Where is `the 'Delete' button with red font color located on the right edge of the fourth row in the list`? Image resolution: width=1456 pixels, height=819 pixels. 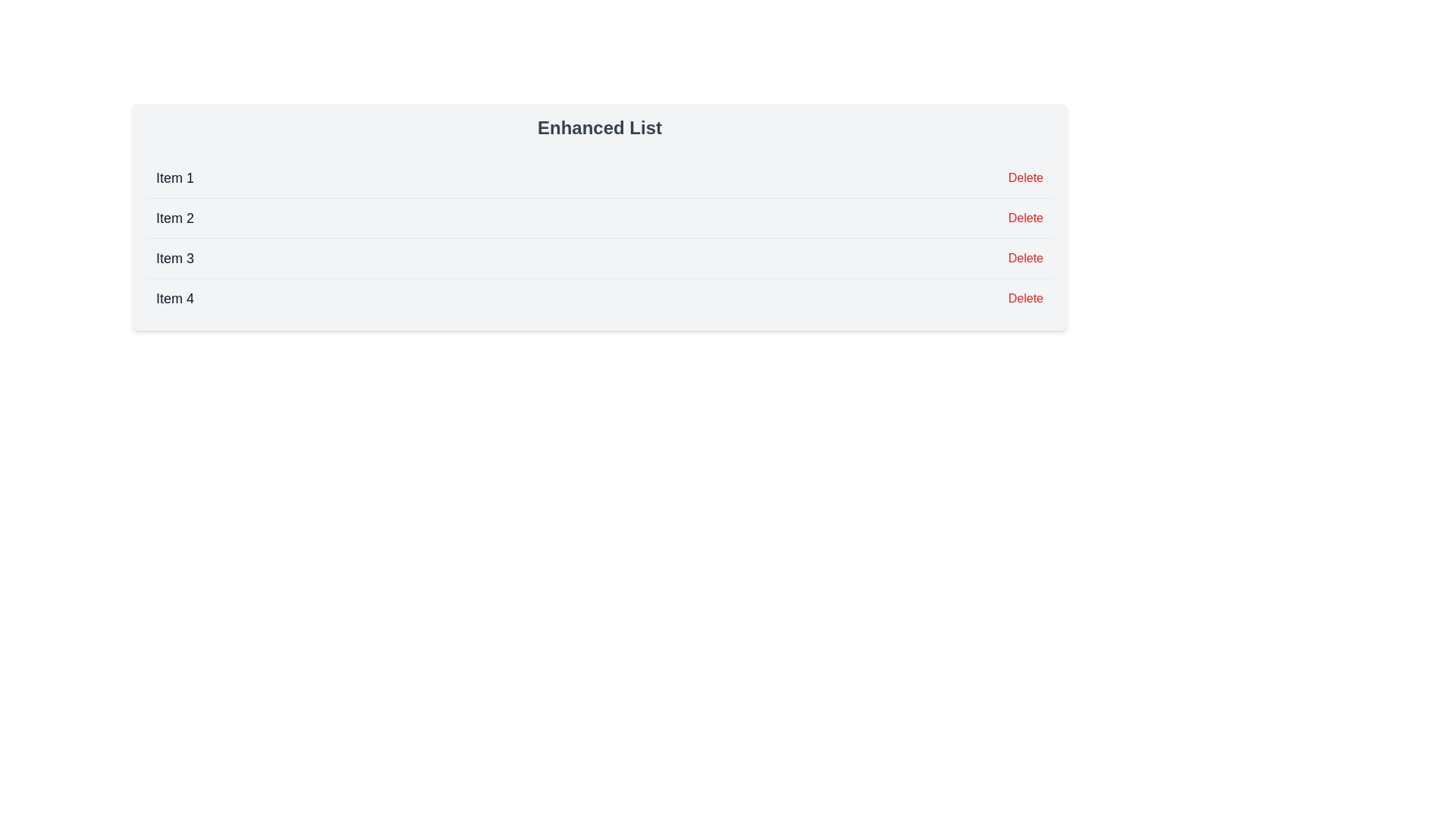 the 'Delete' button with red font color located on the right edge of the fourth row in the list is located at coordinates (1025, 298).